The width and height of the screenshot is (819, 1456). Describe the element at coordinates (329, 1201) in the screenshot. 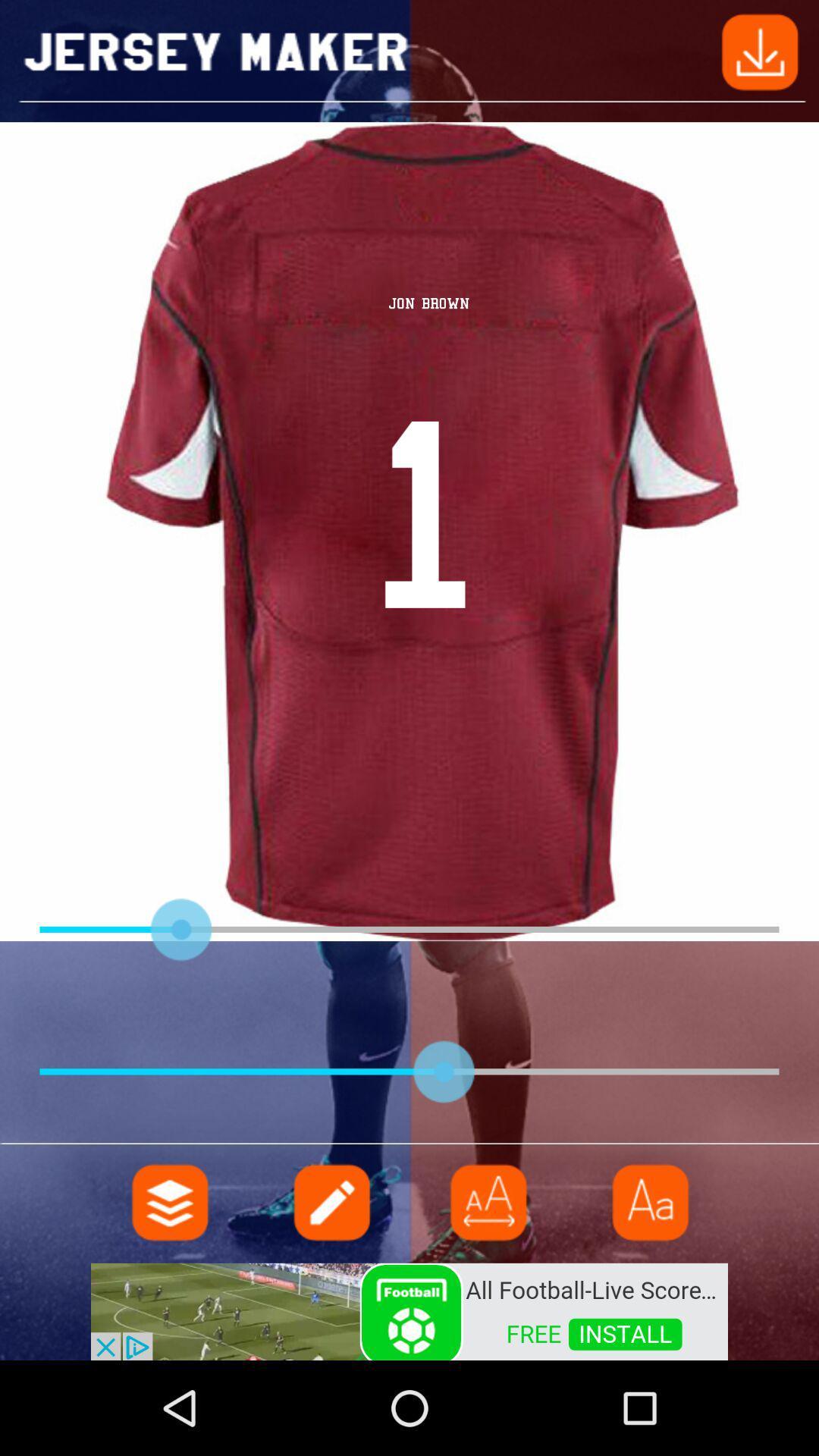

I see `seach pega` at that location.